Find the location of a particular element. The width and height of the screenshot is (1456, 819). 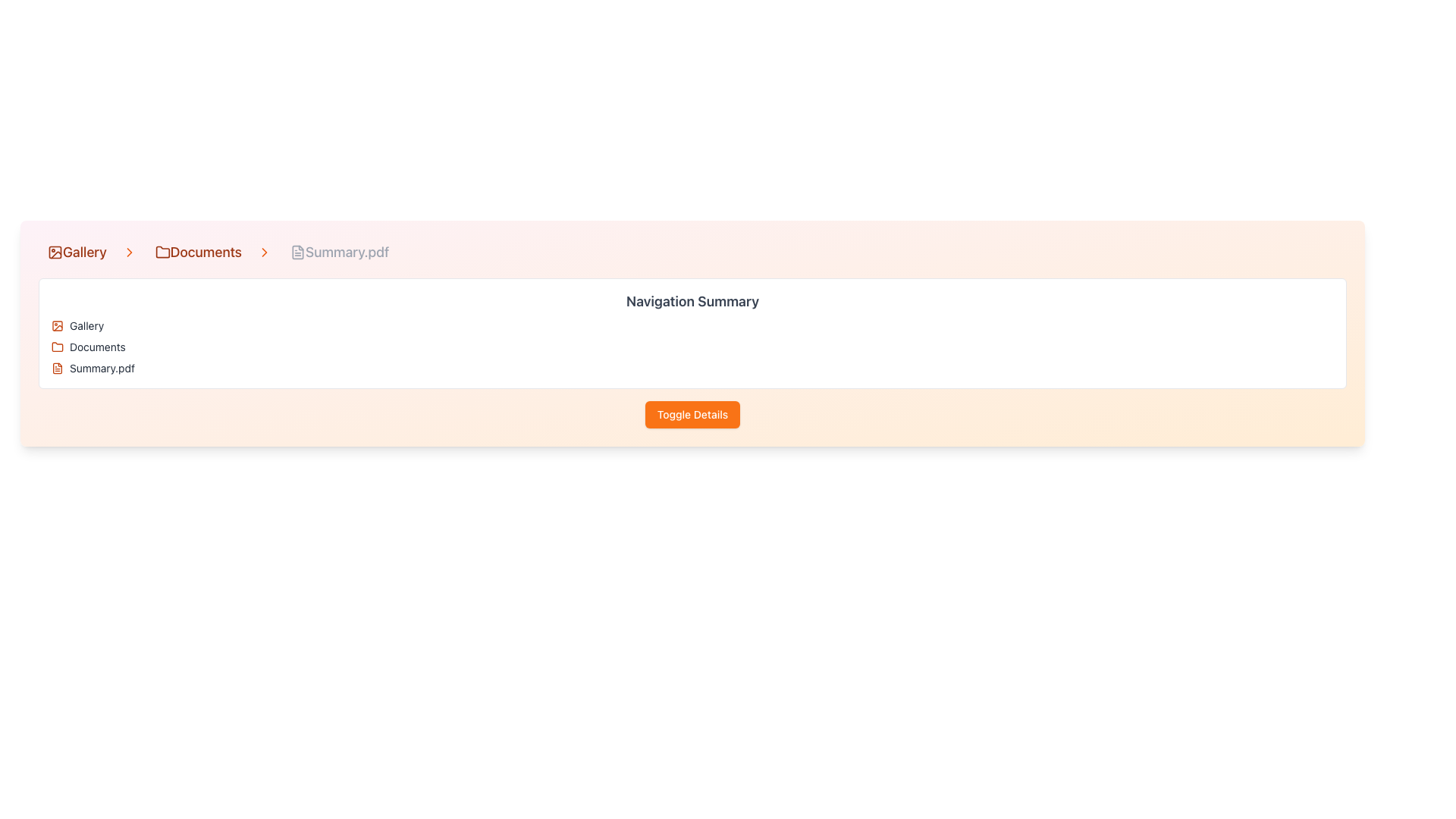

the orange folder icon located to the left of the 'Documents' label in the breadcrumb navigation bar is located at coordinates (58, 347).